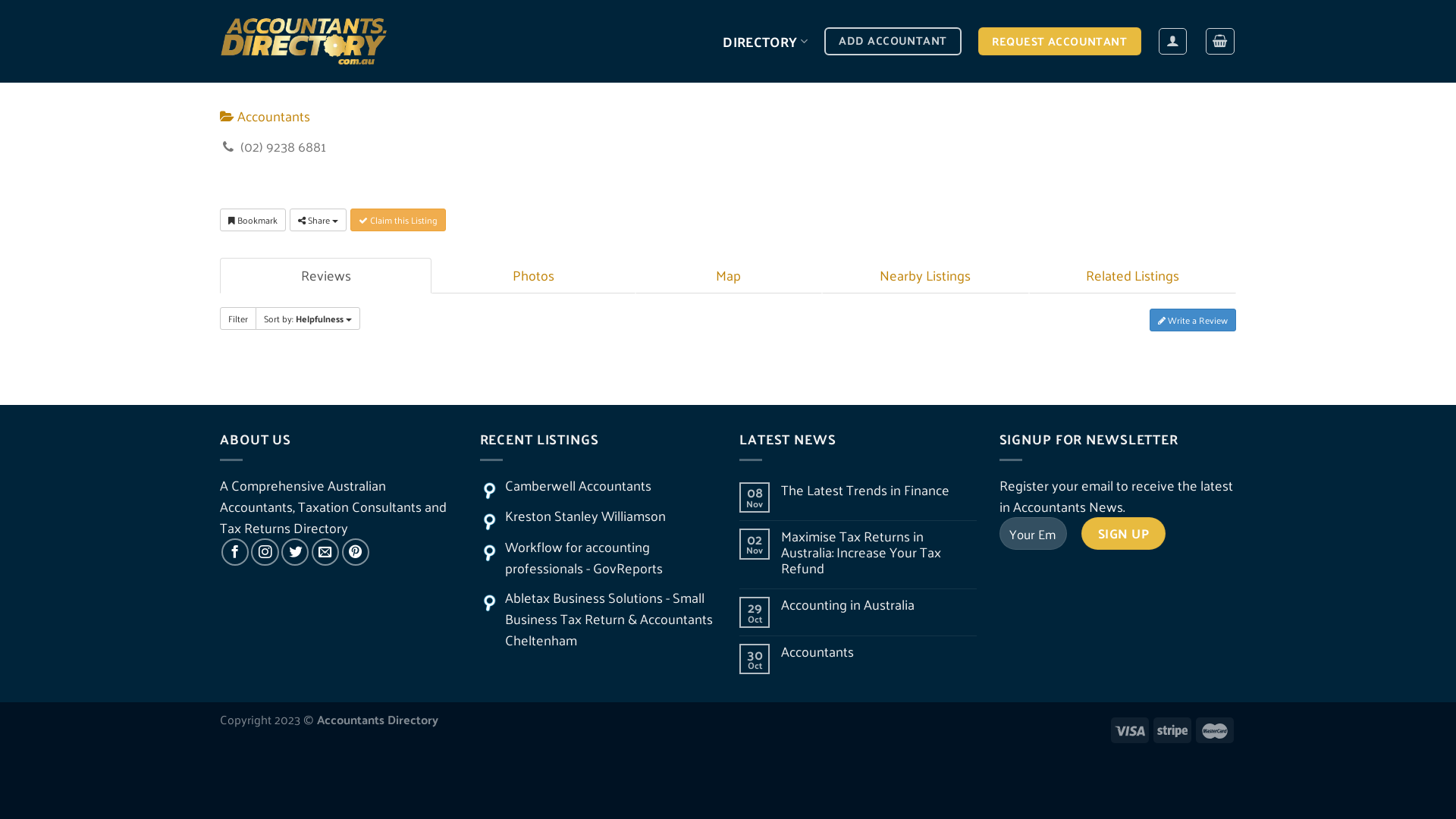 This screenshot has width=1456, height=819. I want to click on 'Kreston Stanley Williamson', so click(585, 514).